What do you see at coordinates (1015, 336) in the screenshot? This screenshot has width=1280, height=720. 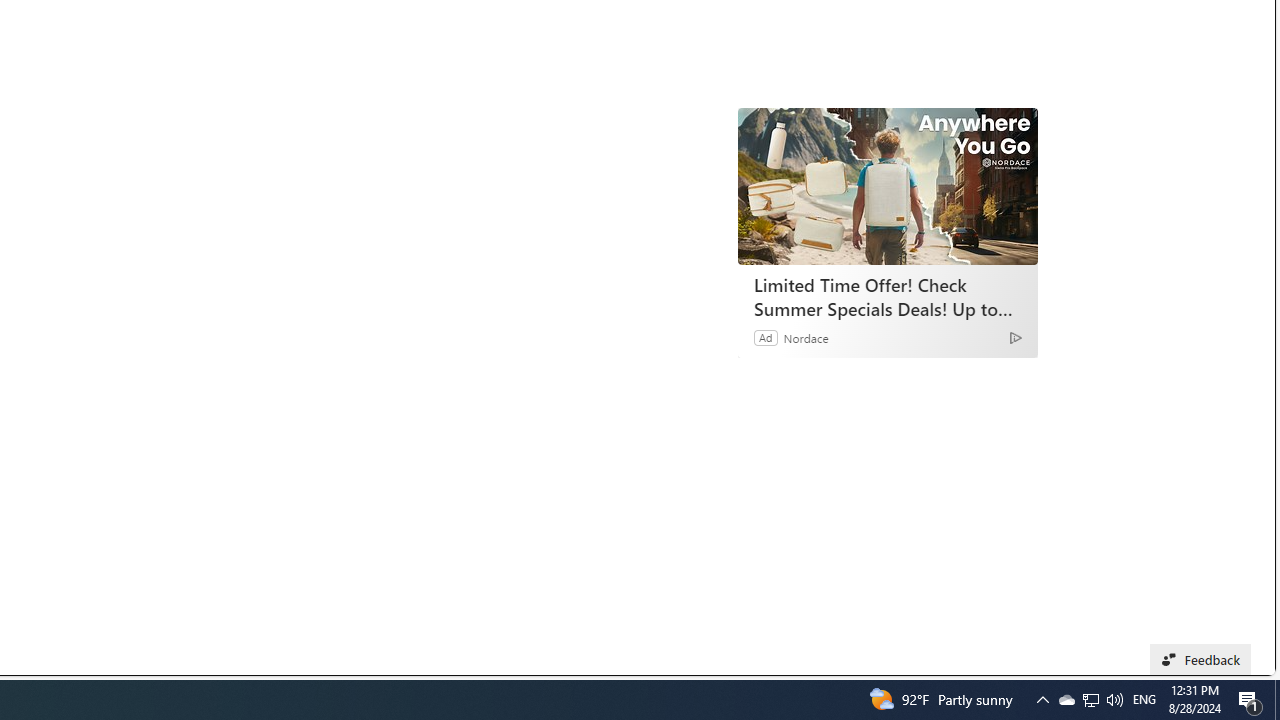 I see `'Ad Choice'` at bounding box center [1015, 336].